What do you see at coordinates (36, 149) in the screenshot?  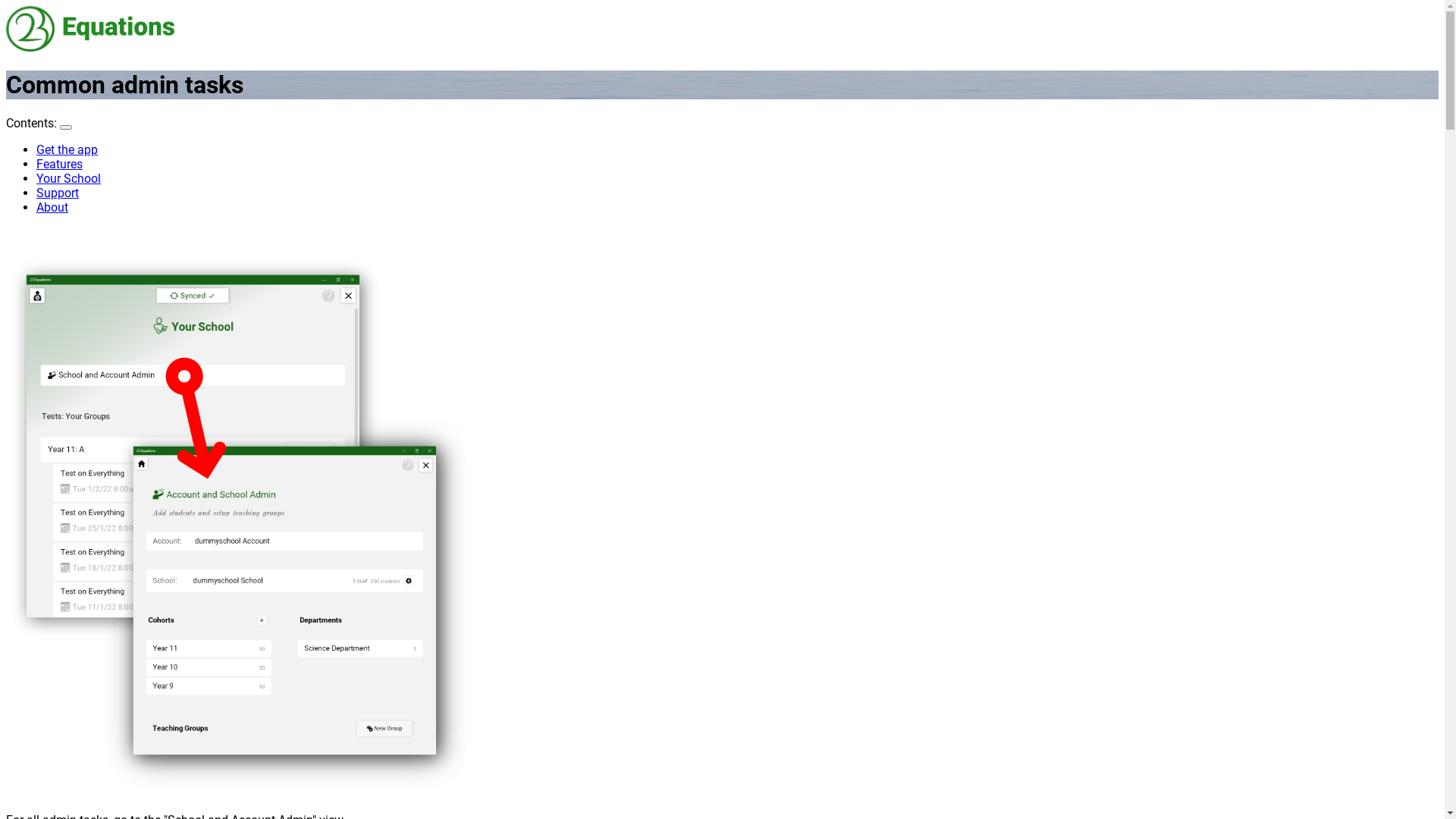 I see `'Get the app'` at bounding box center [36, 149].